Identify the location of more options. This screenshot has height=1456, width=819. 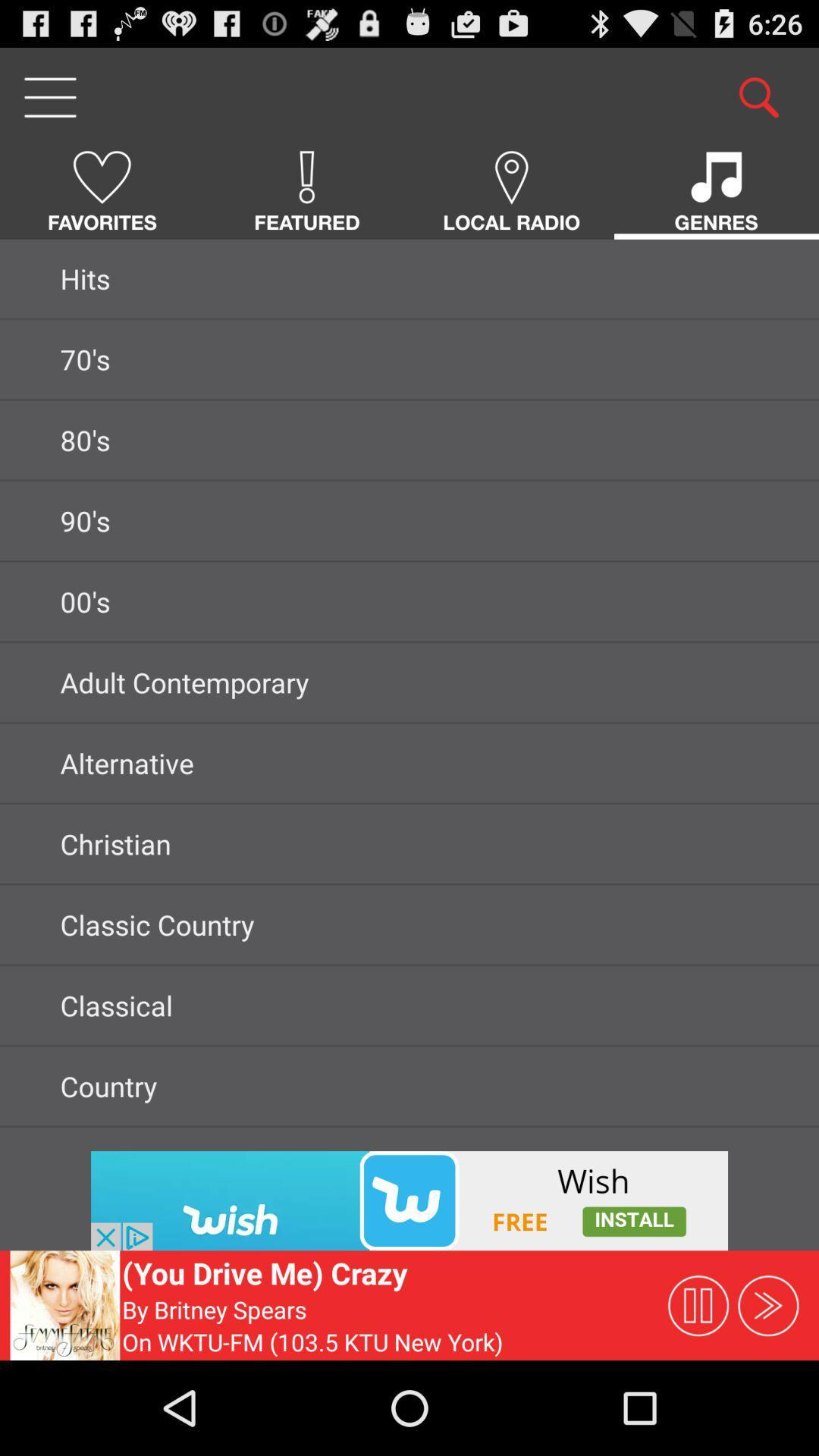
(49, 96).